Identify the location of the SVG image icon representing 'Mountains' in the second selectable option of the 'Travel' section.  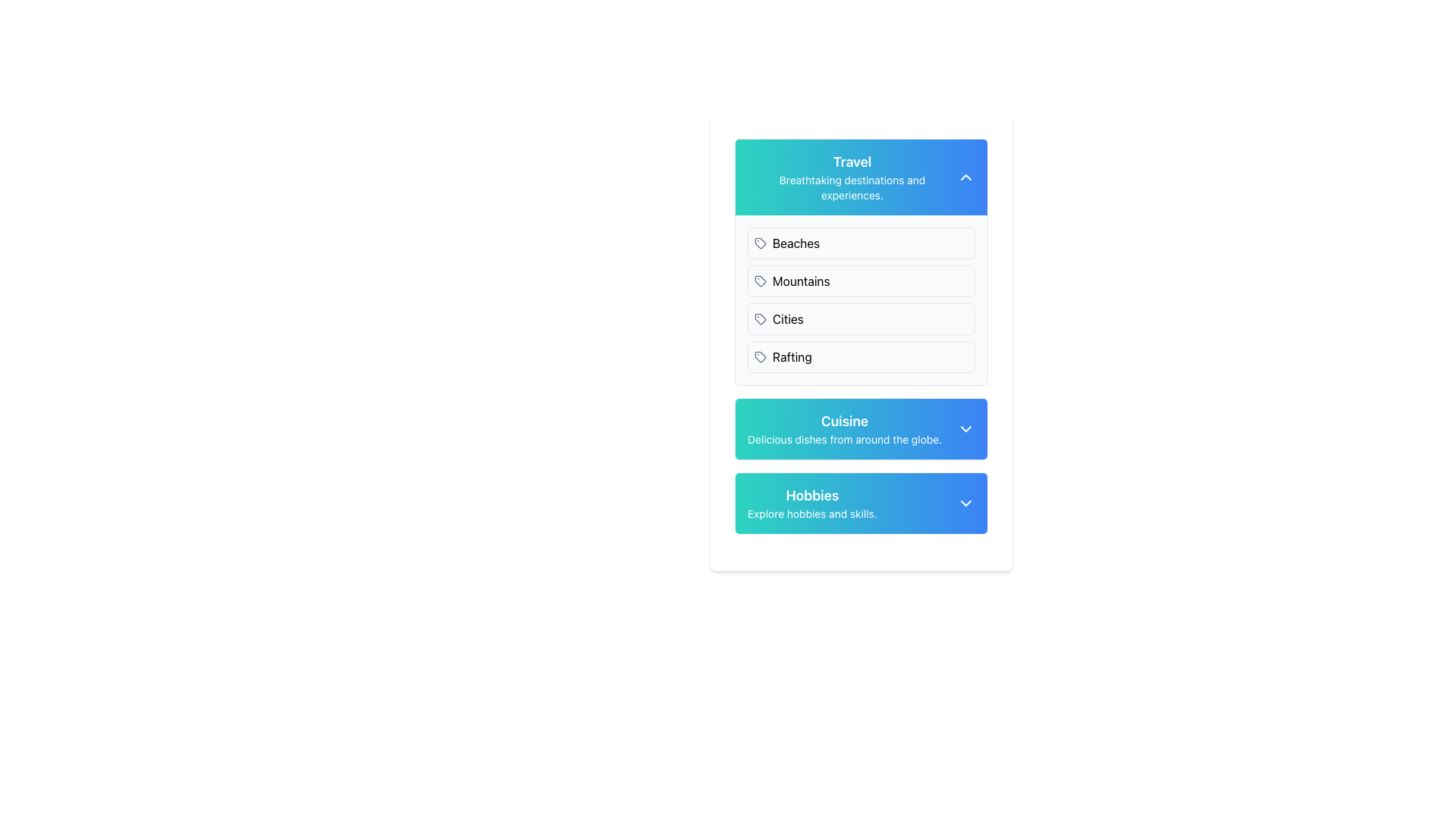
(761, 281).